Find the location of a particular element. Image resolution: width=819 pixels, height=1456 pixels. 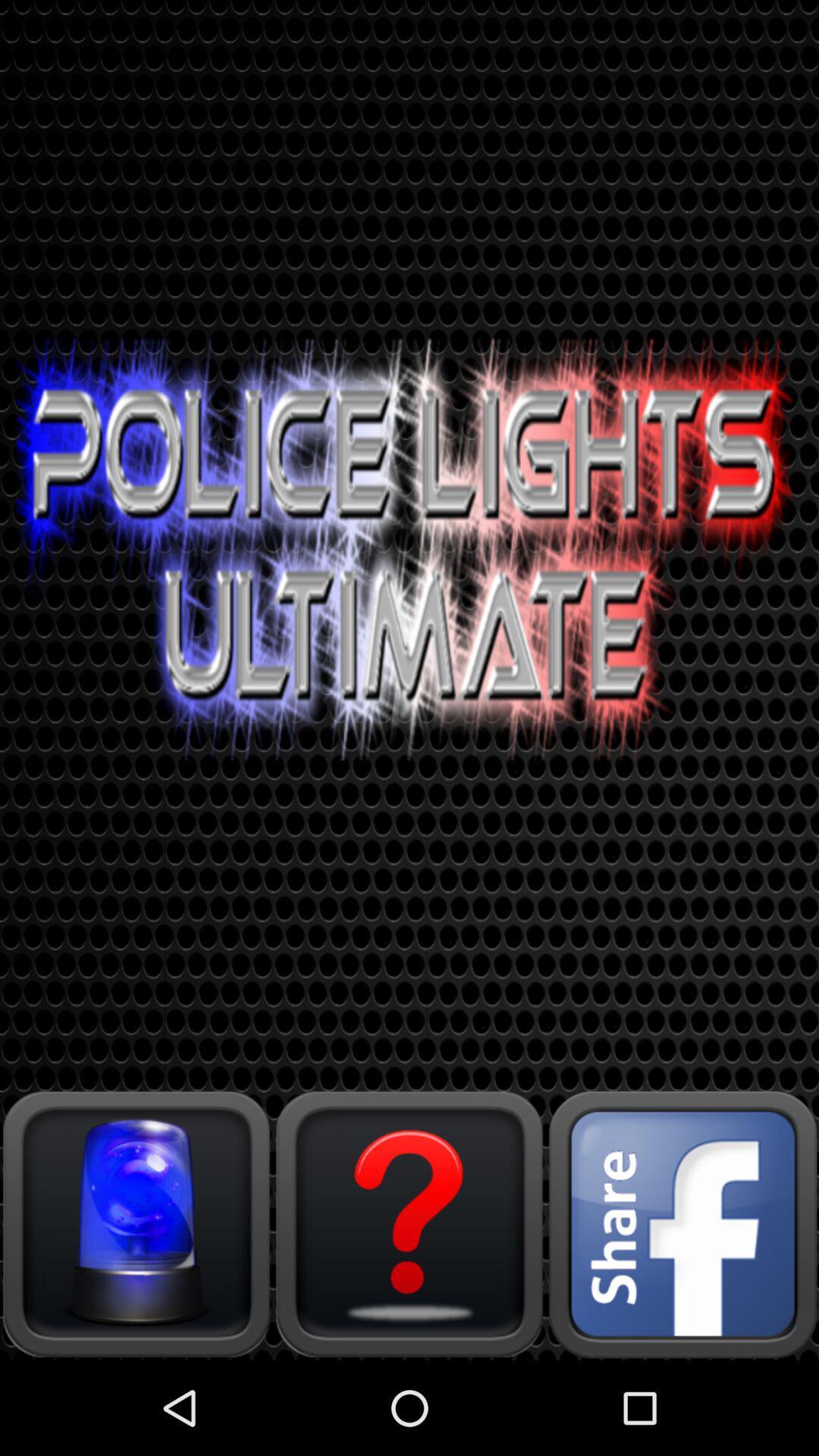

share facebook is located at coordinates (681, 1223).